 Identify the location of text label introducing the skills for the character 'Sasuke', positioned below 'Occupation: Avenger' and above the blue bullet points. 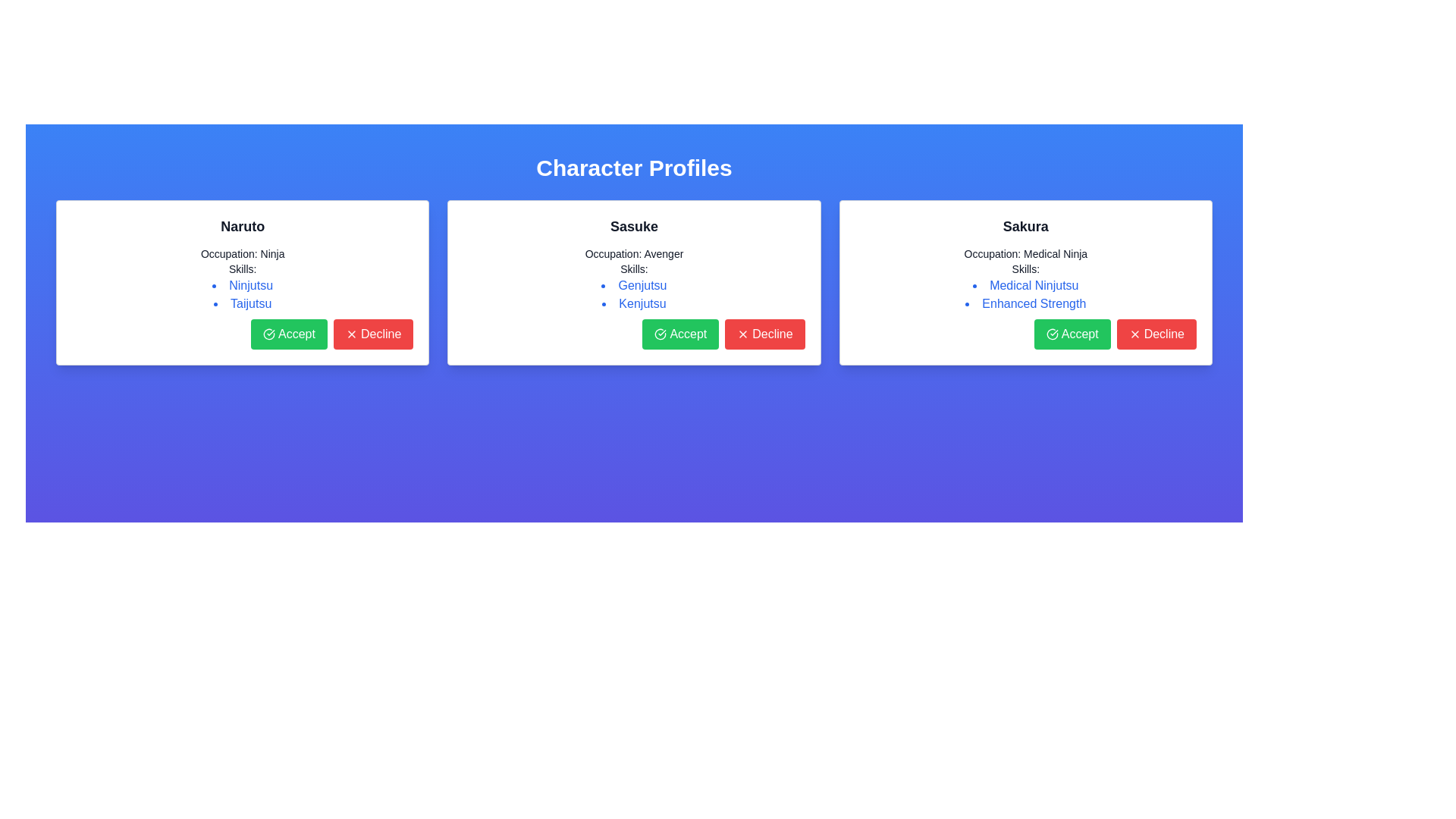
(634, 268).